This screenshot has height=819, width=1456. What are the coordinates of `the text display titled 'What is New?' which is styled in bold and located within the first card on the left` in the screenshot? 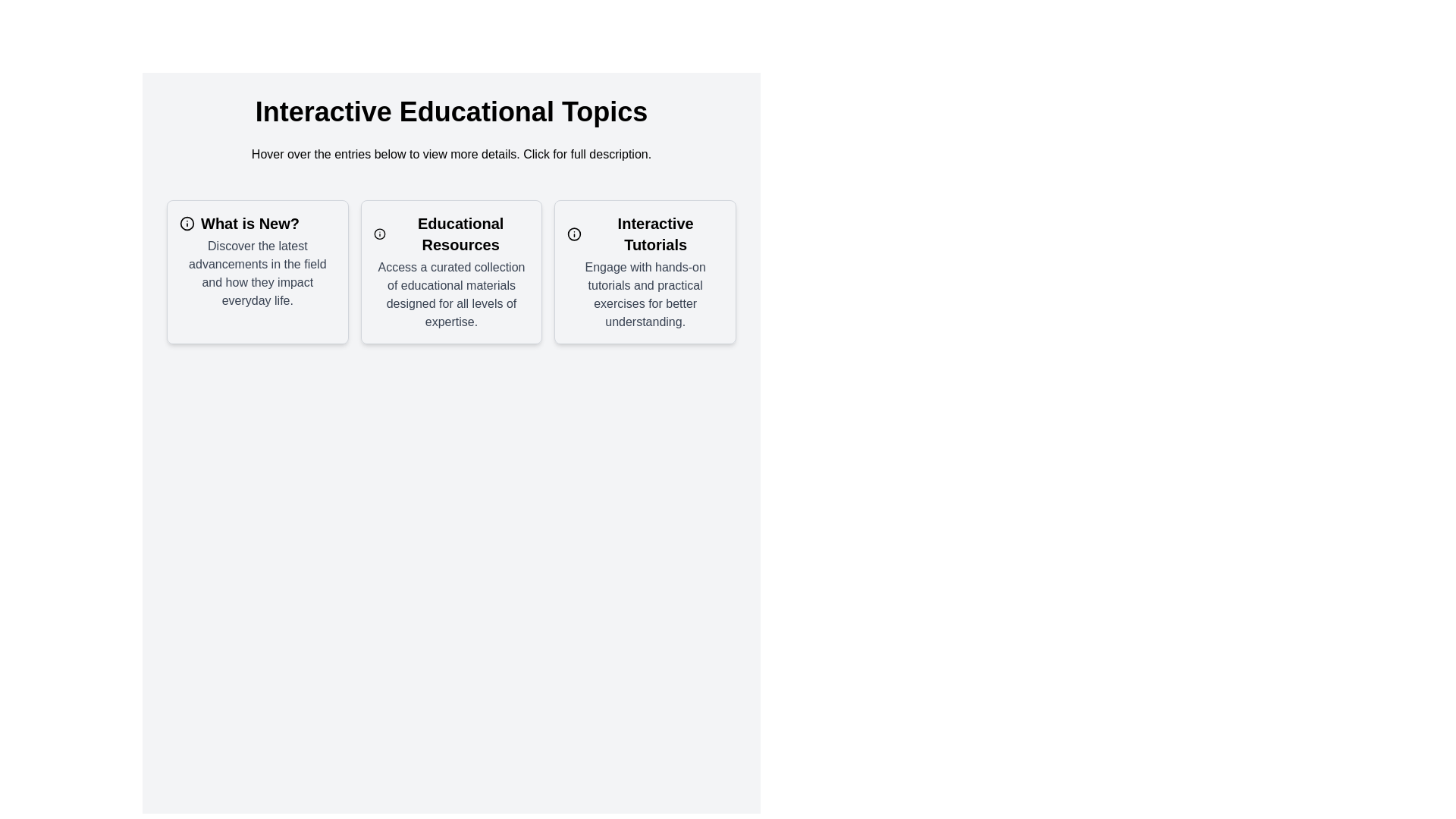 It's located at (257, 223).